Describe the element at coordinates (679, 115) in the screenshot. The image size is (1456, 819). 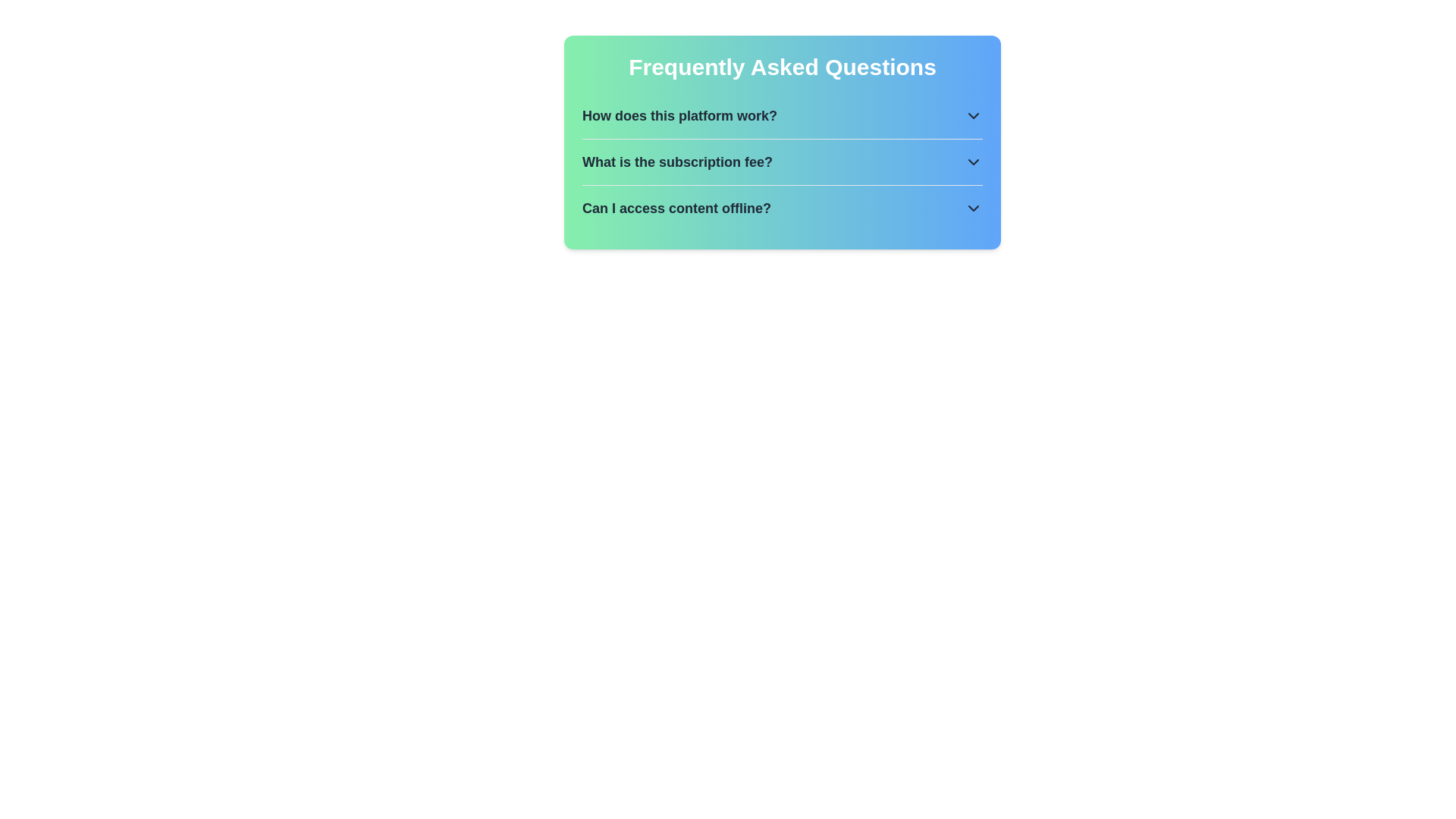
I see `the text label presenting the question 'How does this platform work?' in the FAQ section, which is the first item in the list of questions` at that location.